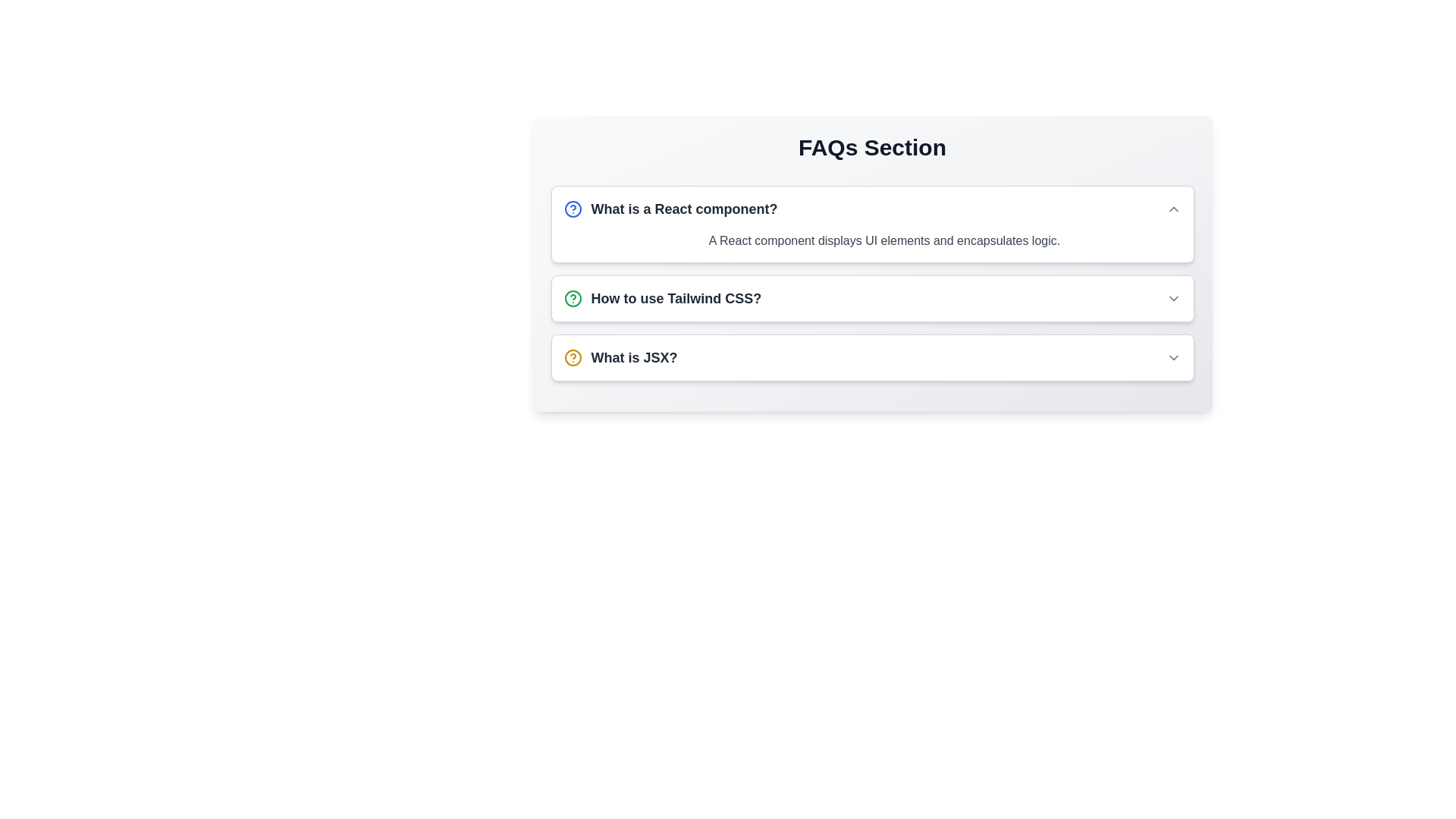 The image size is (1456, 819). Describe the element at coordinates (872, 357) in the screenshot. I see `the third collapsible question item in the FAQs section, which asks 'What is JSX?'` at that location.